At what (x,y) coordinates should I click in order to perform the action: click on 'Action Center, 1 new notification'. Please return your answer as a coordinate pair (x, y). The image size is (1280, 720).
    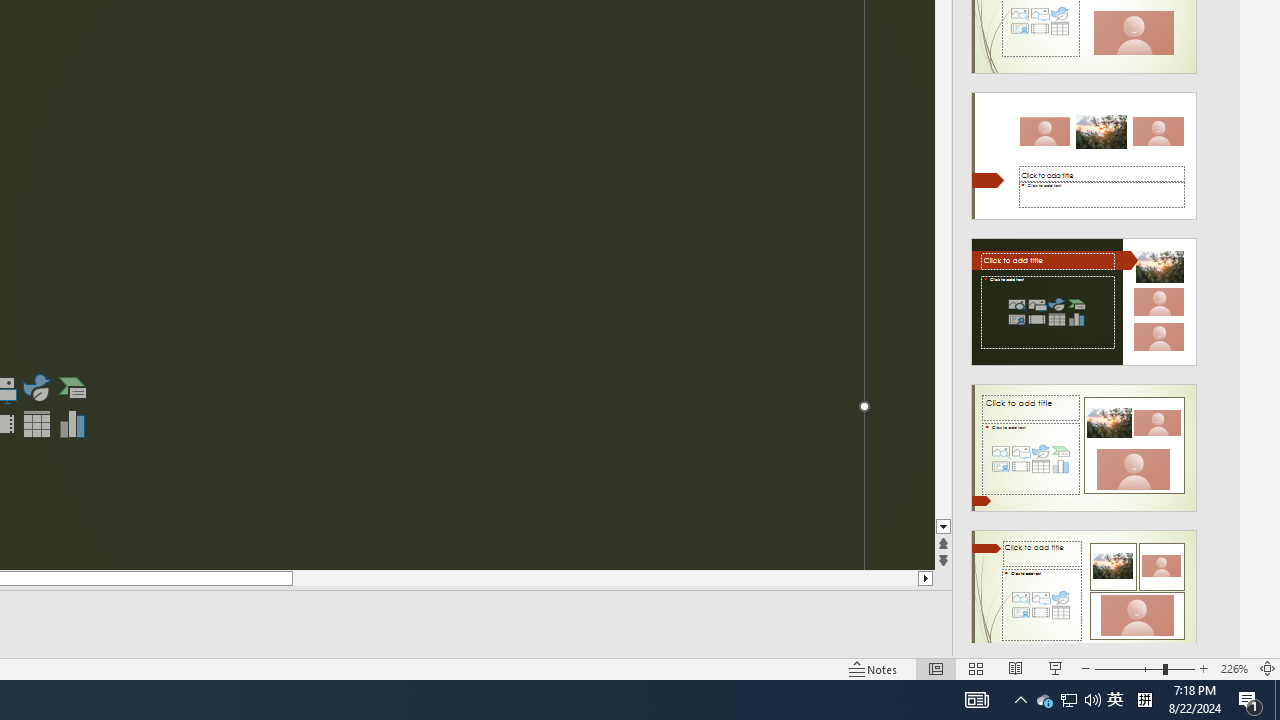
    Looking at the image, I should click on (1250, 698).